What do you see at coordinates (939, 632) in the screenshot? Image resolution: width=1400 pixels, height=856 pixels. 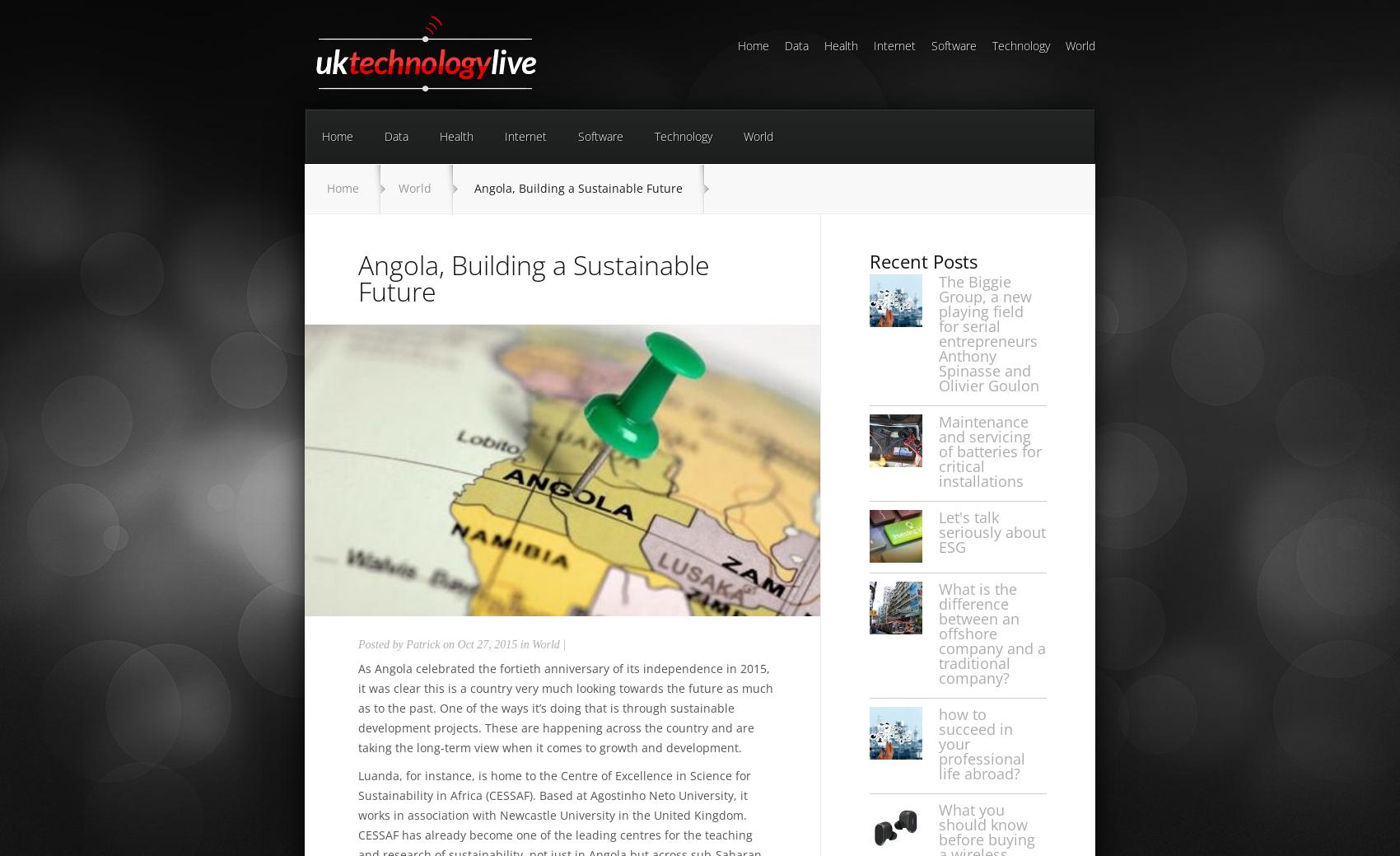 I see `'What is the difference between an offshore company and a traditional company?'` at bounding box center [939, 632].